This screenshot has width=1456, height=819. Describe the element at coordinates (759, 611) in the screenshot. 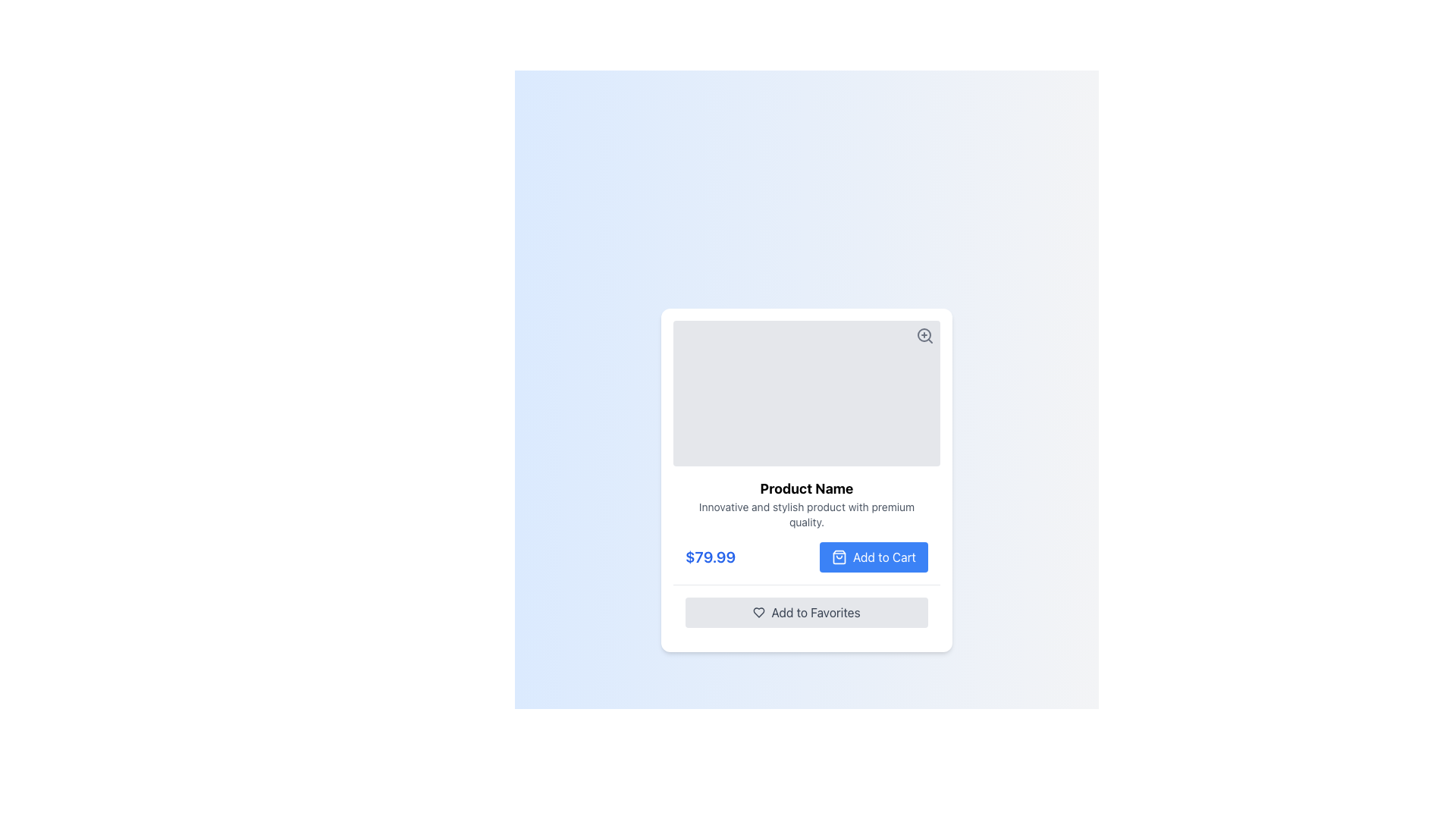

I see `the heart-shaped icon located inside the 'Add to Favorites' button, positioned to the left of the text 'Add to Favorites'` at that location.